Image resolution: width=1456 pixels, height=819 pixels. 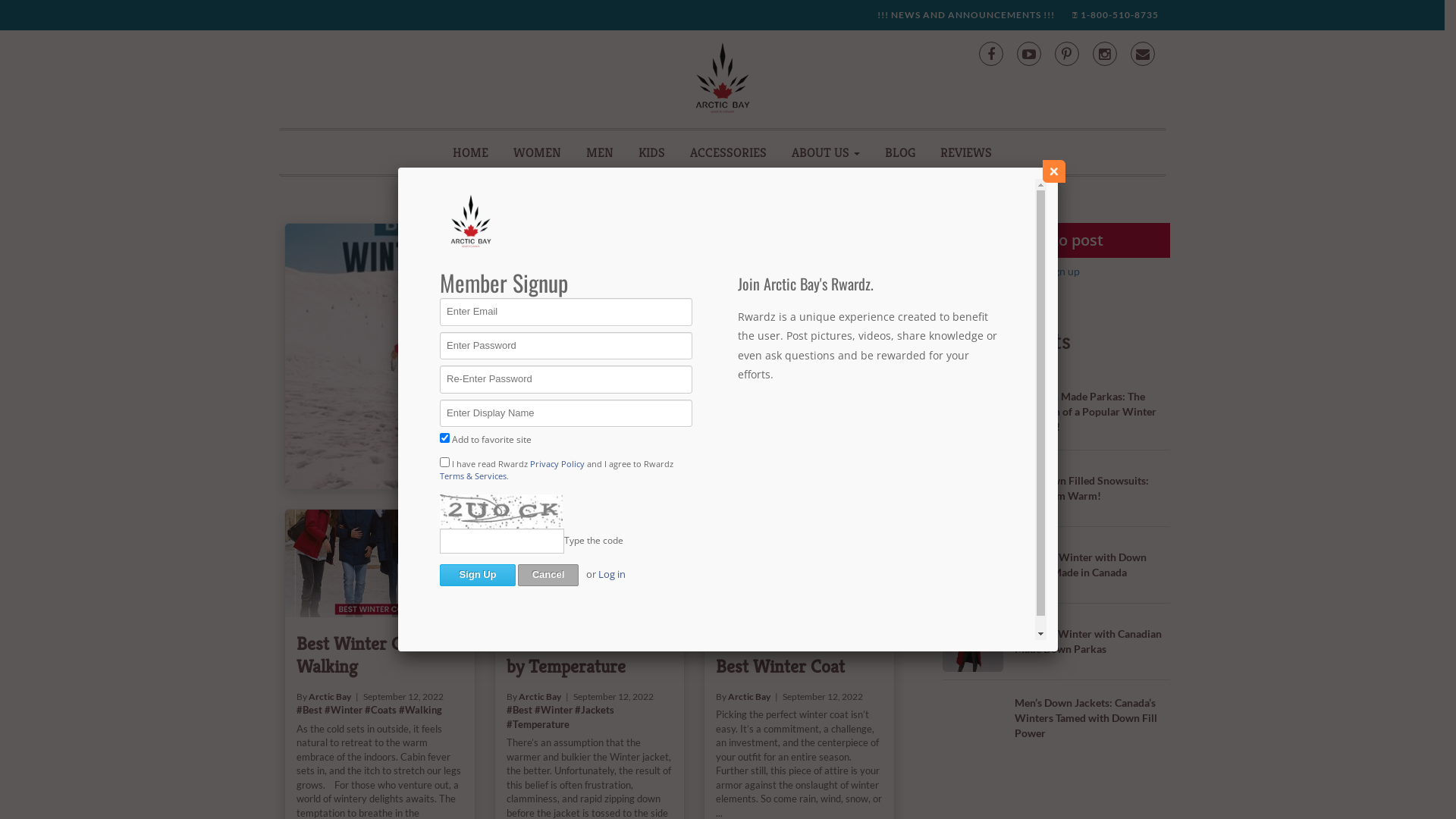 I want to click on 'Arctic Bay on Facebook', so click(x=990, y=52).